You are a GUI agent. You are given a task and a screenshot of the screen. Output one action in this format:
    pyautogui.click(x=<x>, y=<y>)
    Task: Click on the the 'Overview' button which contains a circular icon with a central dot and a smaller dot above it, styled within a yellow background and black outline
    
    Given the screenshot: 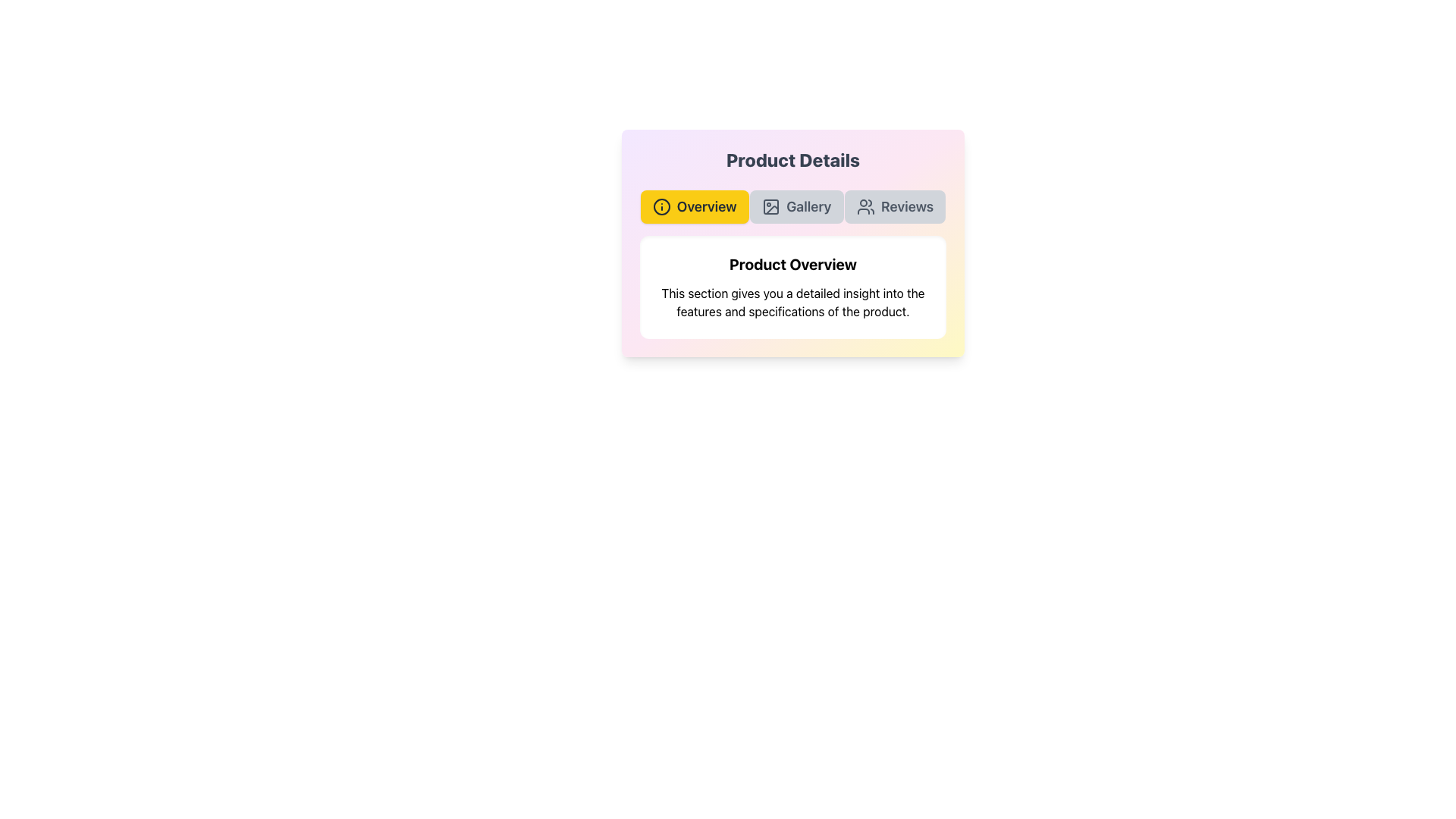 What is the action you would take?
    pyautogui.click(x=661, y=207)
    